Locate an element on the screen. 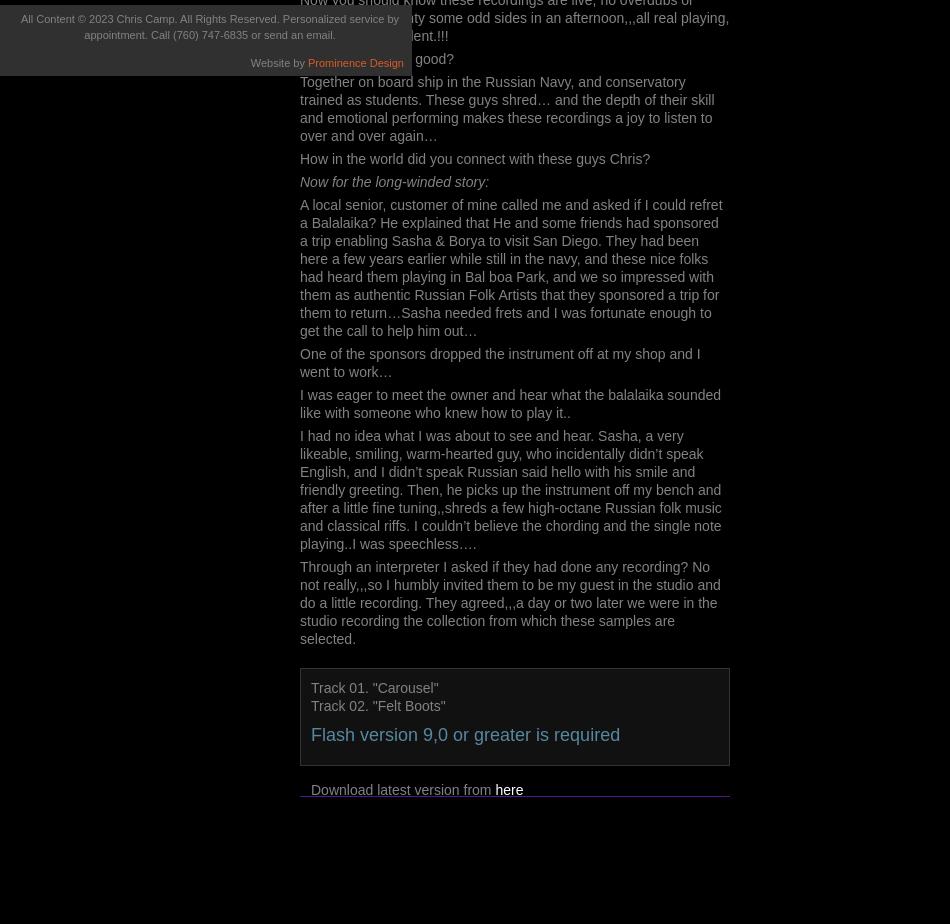 The image size is (950, 924). 'You have no flash plugin installed' is located at coordinates (428, 772).